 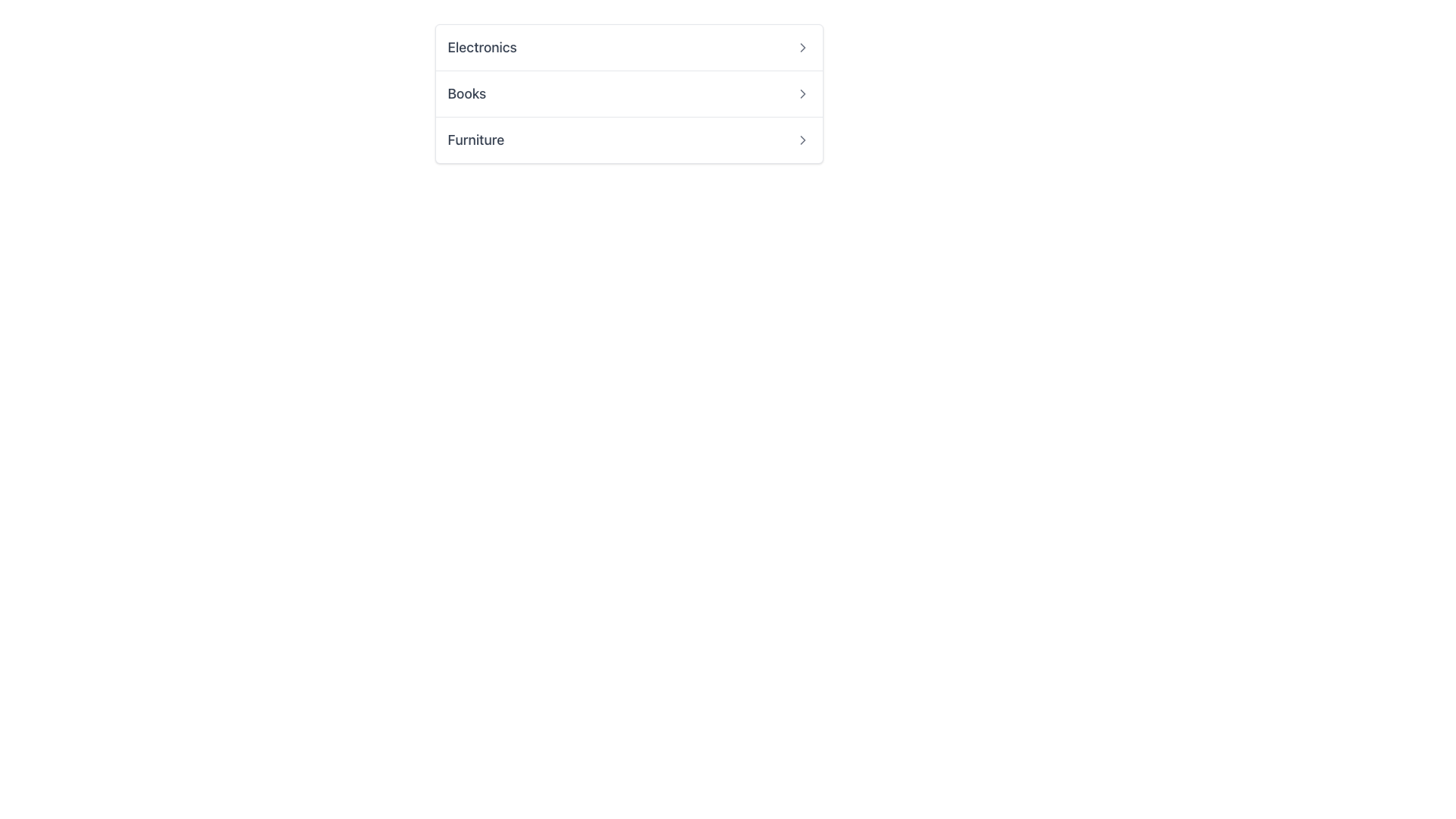 I want to click on the 'Furniture' navigation item, which is the third item in a vertical list, so click(x=629, y=140).